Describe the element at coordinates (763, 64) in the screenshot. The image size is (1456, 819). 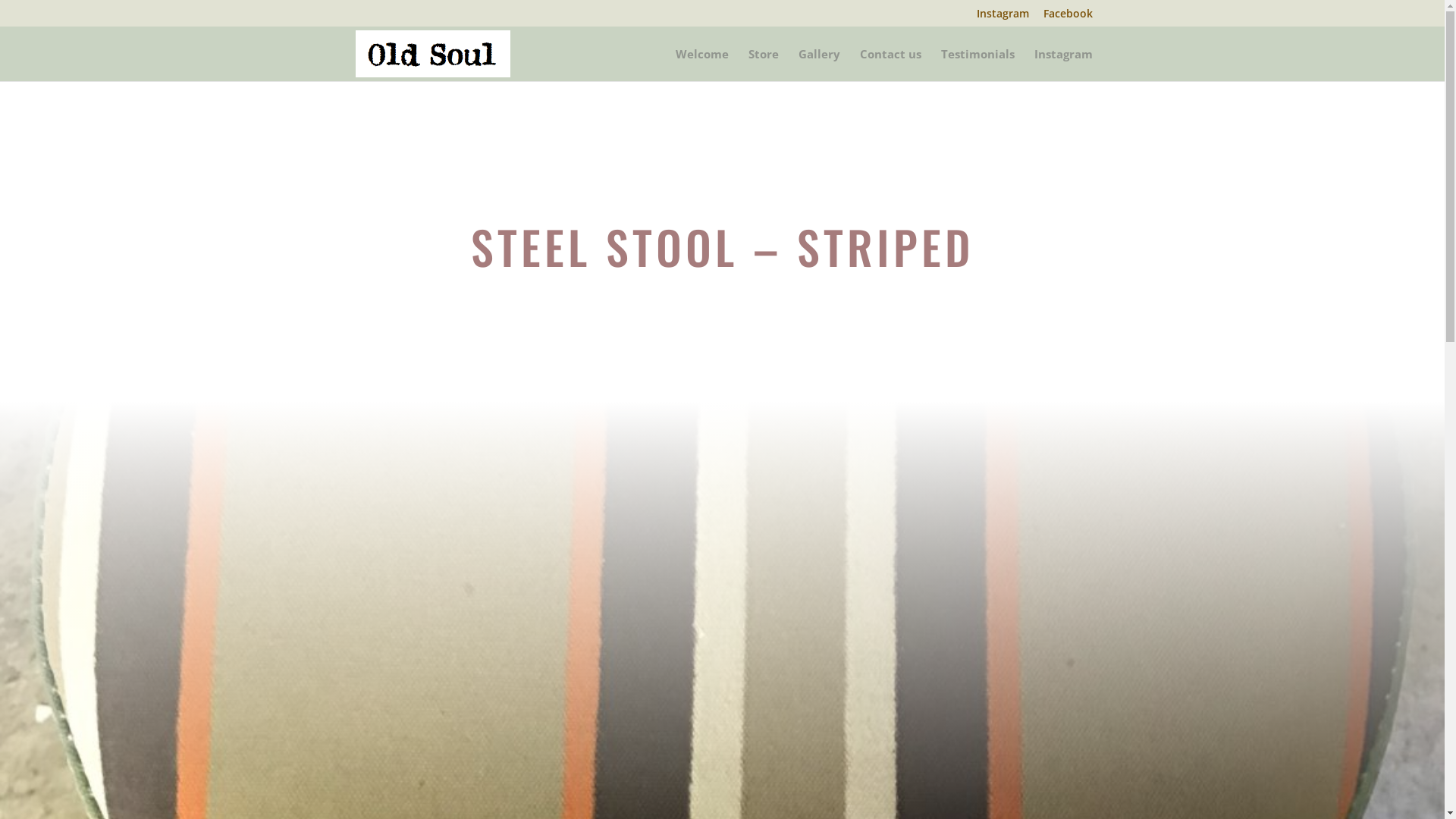
I see `'Store'` at that location.